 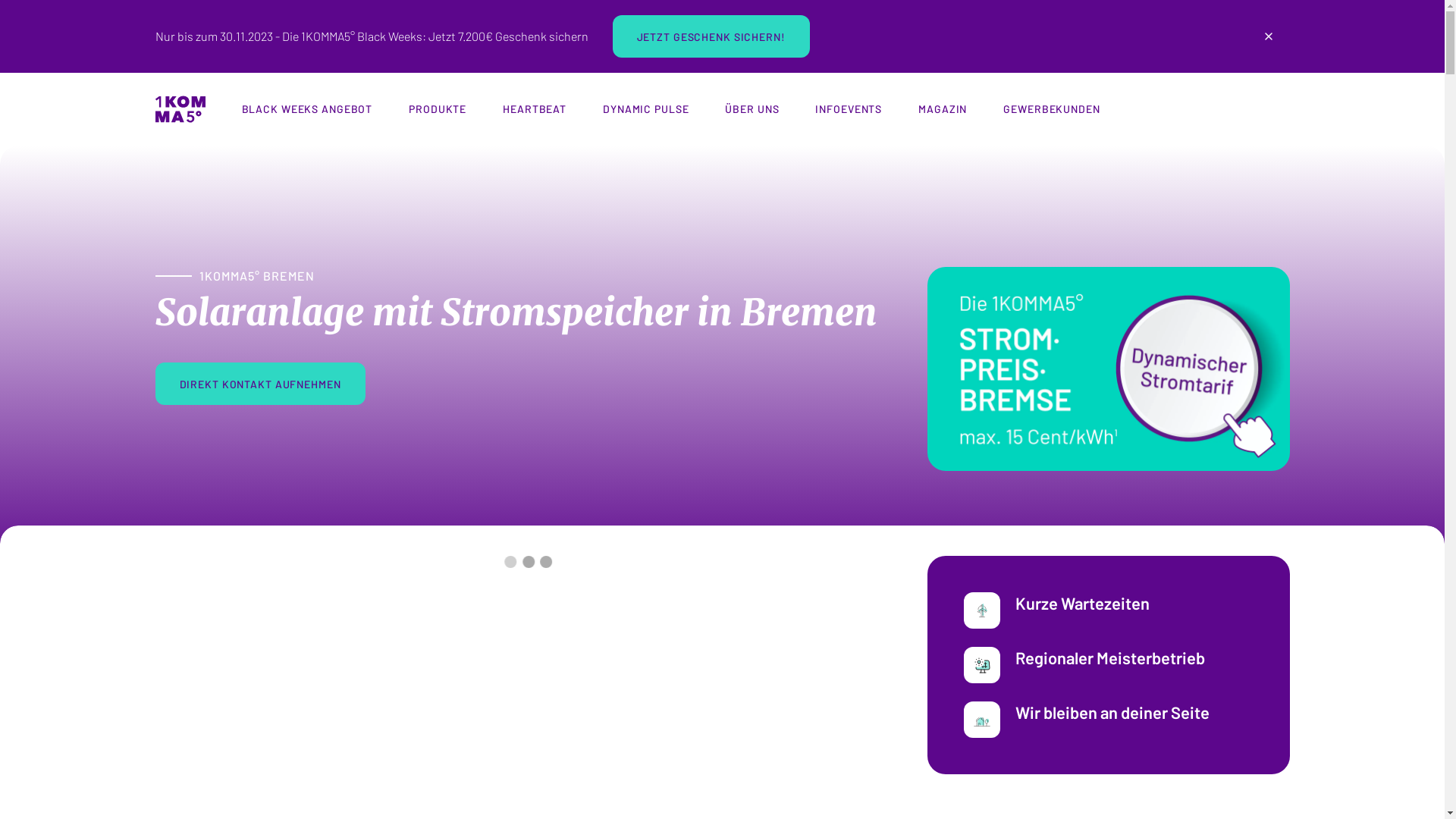 I want to click on 'JETZT GESCHENK SICHERN!', so click(x=710, y=35).